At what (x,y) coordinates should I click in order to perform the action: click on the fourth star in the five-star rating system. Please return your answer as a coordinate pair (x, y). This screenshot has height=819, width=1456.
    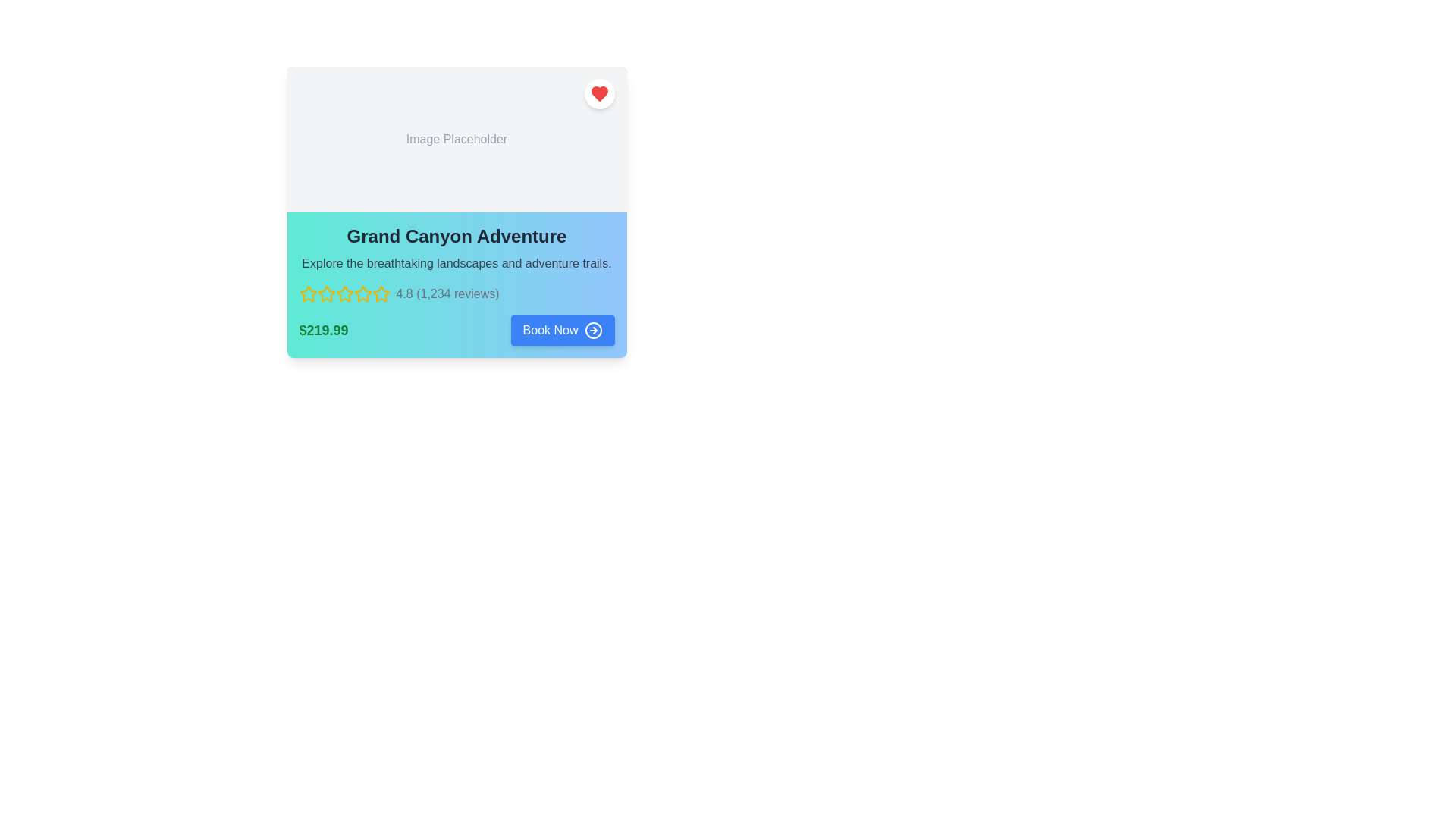
    Looking at the image, I should click on (344, 294).